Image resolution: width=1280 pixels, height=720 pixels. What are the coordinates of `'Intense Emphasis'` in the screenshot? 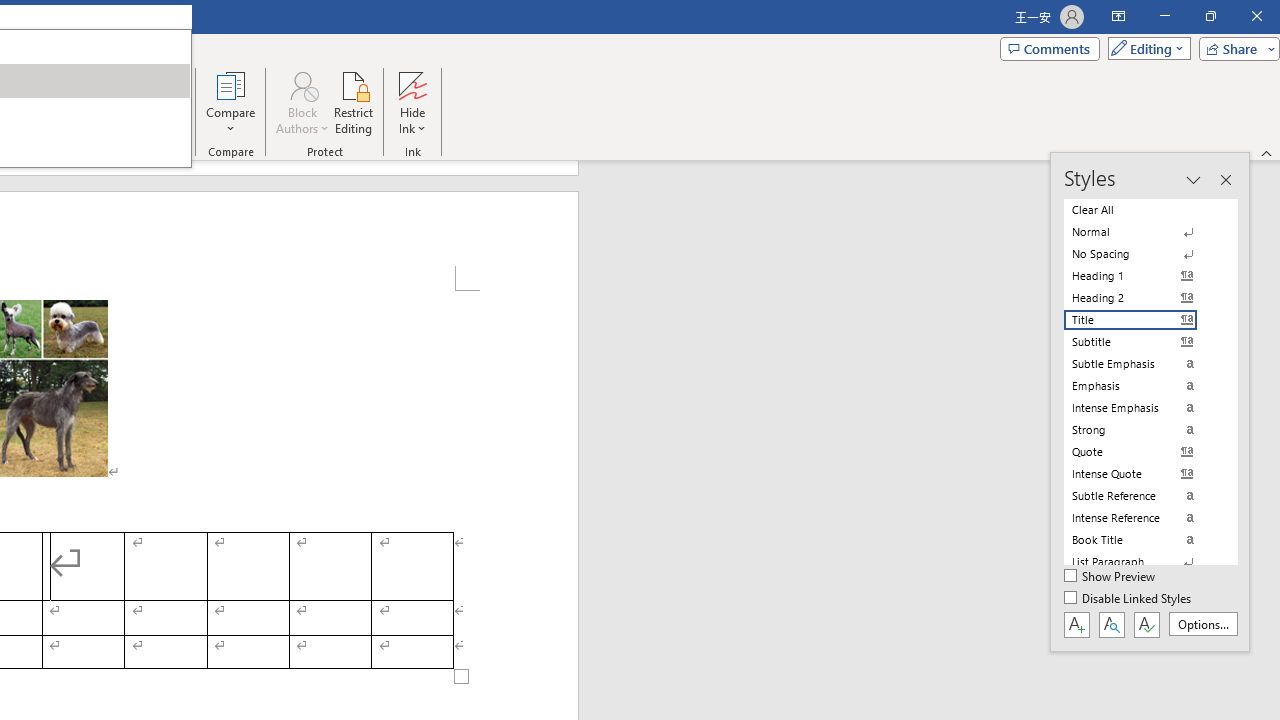 It's located at (1142, 406).